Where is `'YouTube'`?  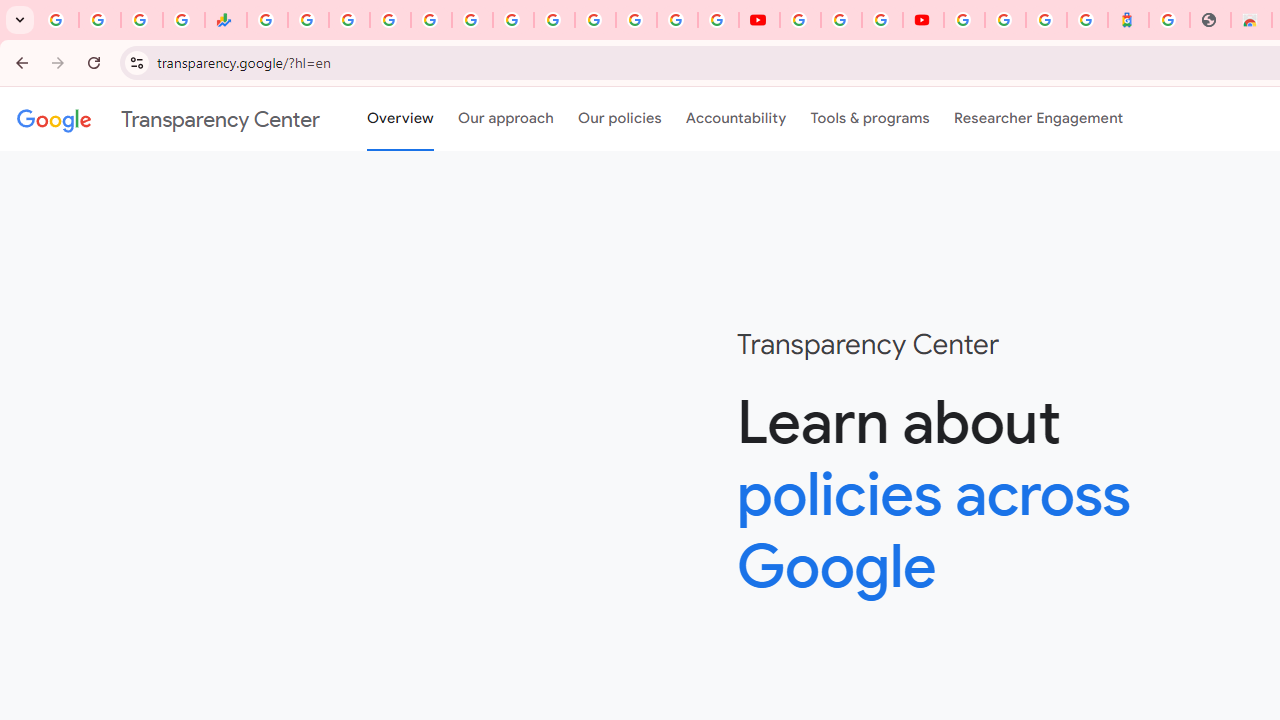 'YouTube' is located at coordinates (758, 20).